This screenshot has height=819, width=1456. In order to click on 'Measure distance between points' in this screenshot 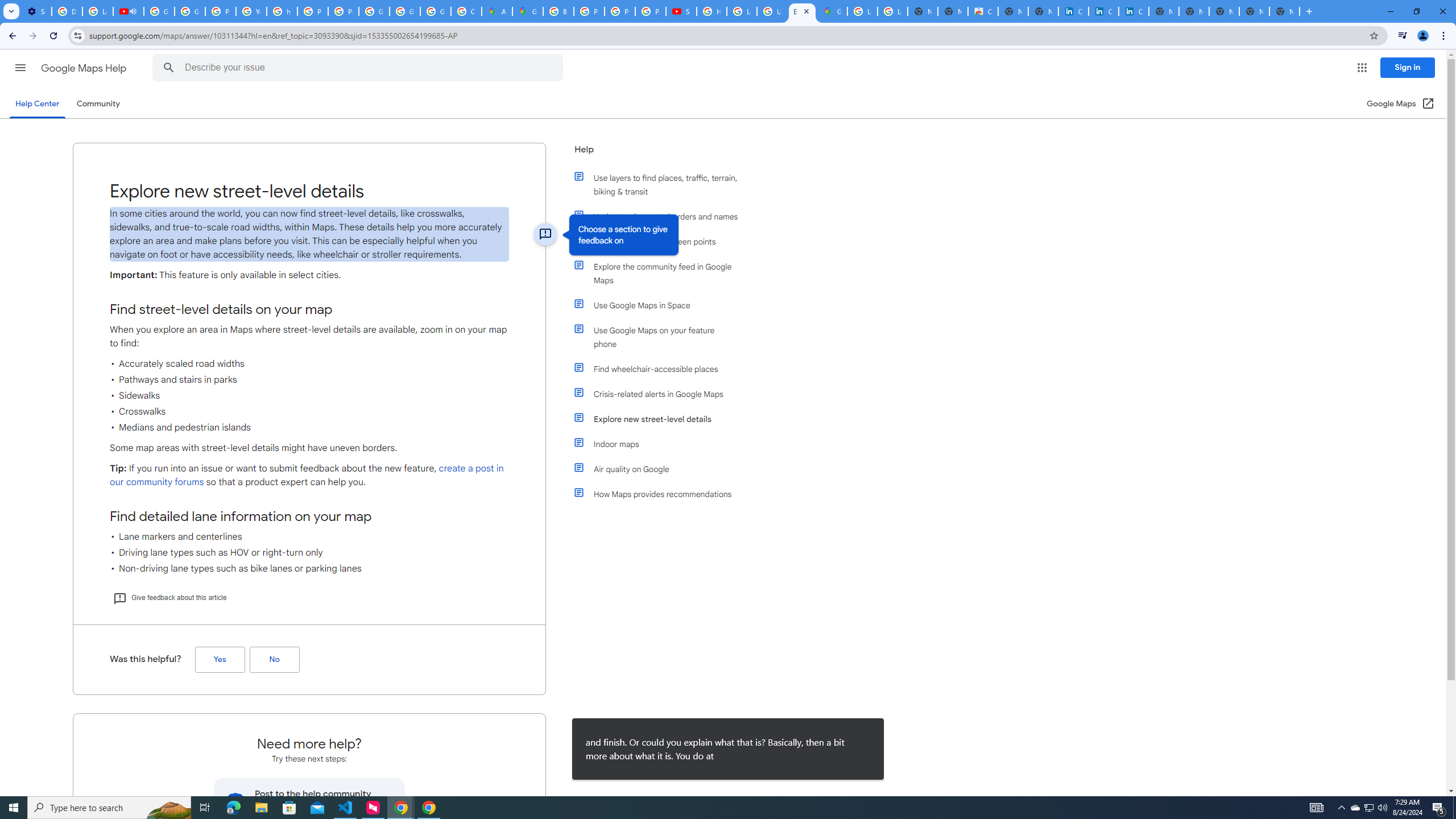, I will do `click(661, 241)`.